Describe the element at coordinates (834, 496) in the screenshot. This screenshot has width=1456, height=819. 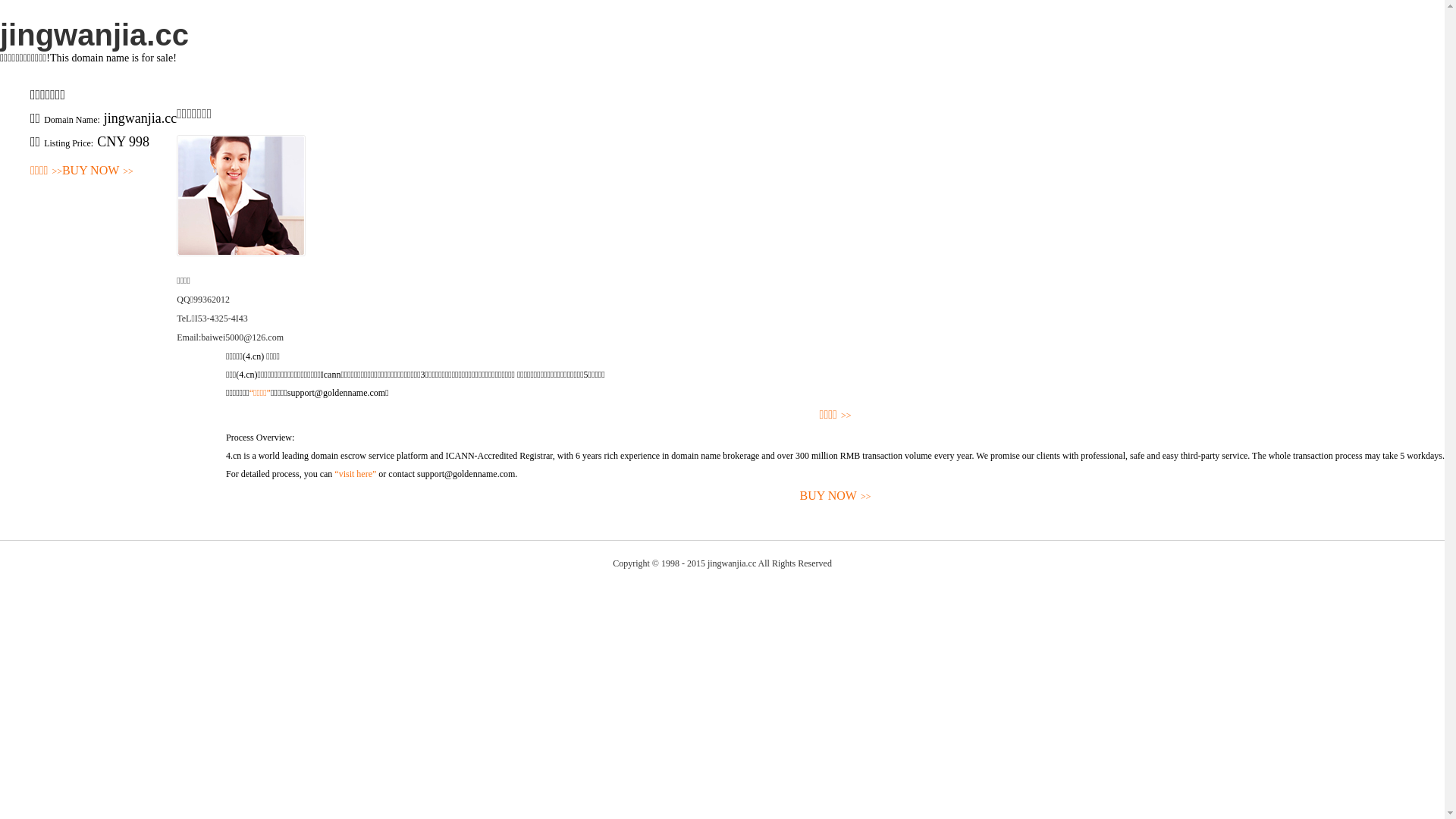
I see `'BUY NOW>>'` at that location.